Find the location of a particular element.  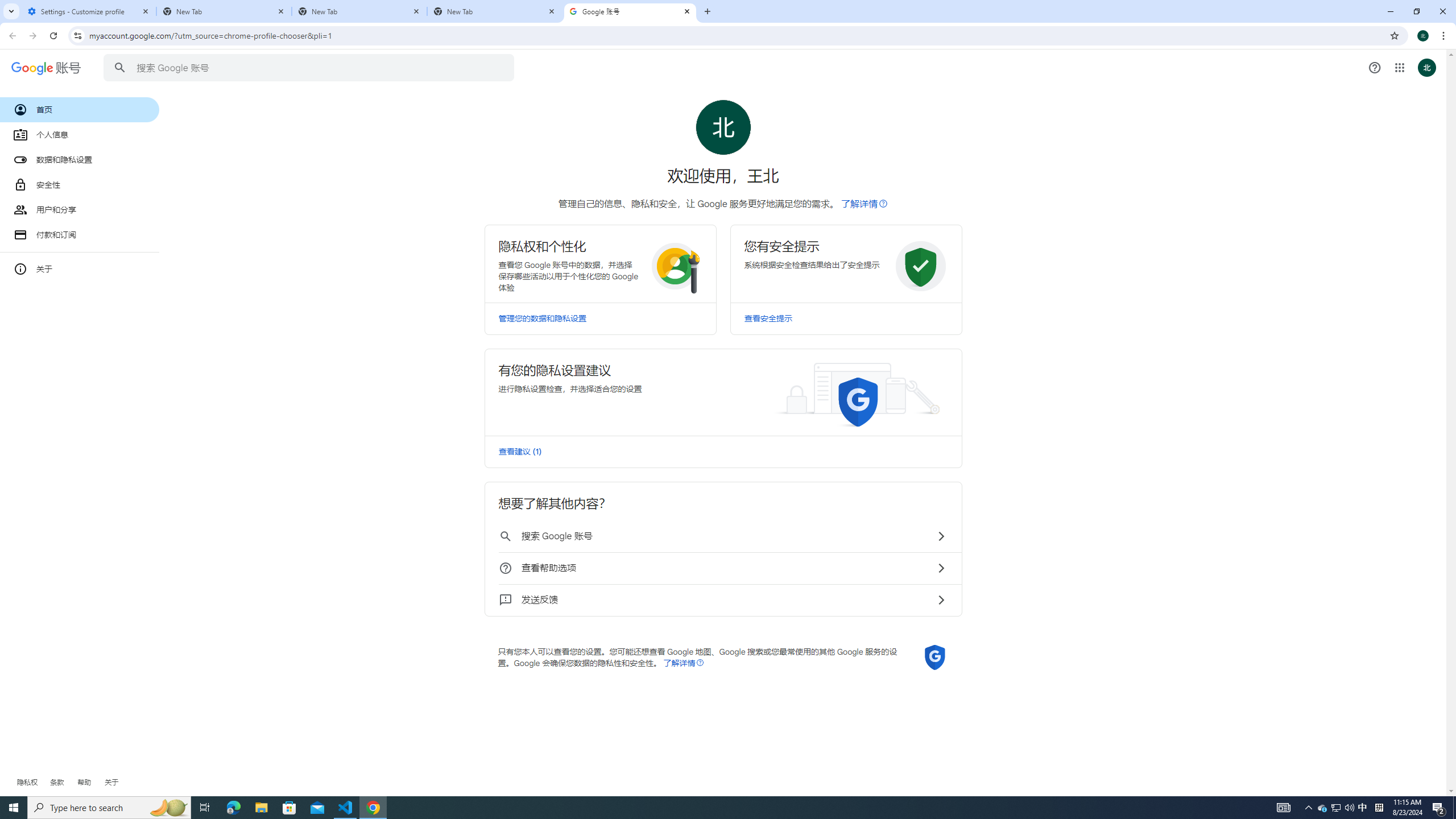

'System' is located at coordinates (6, 5).